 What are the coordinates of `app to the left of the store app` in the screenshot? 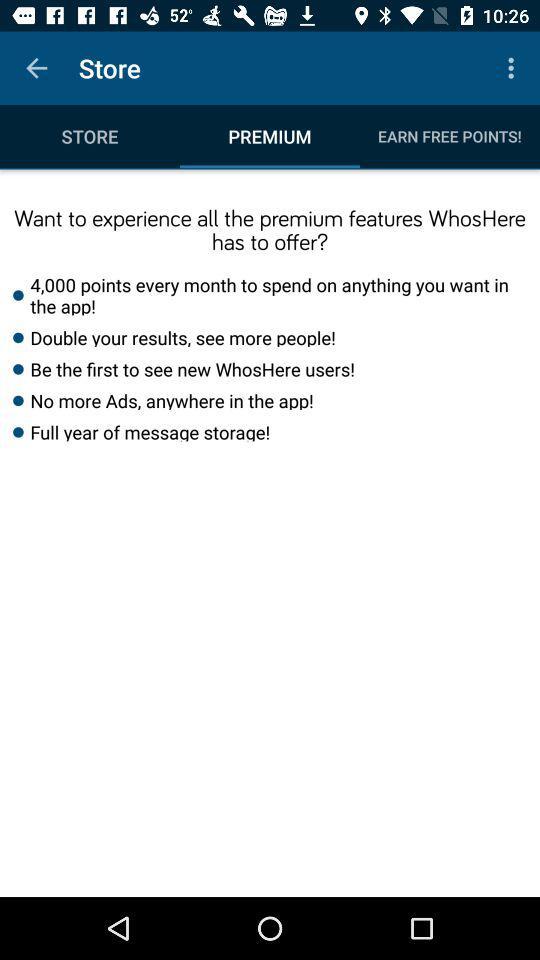 It's located at (36, 68).